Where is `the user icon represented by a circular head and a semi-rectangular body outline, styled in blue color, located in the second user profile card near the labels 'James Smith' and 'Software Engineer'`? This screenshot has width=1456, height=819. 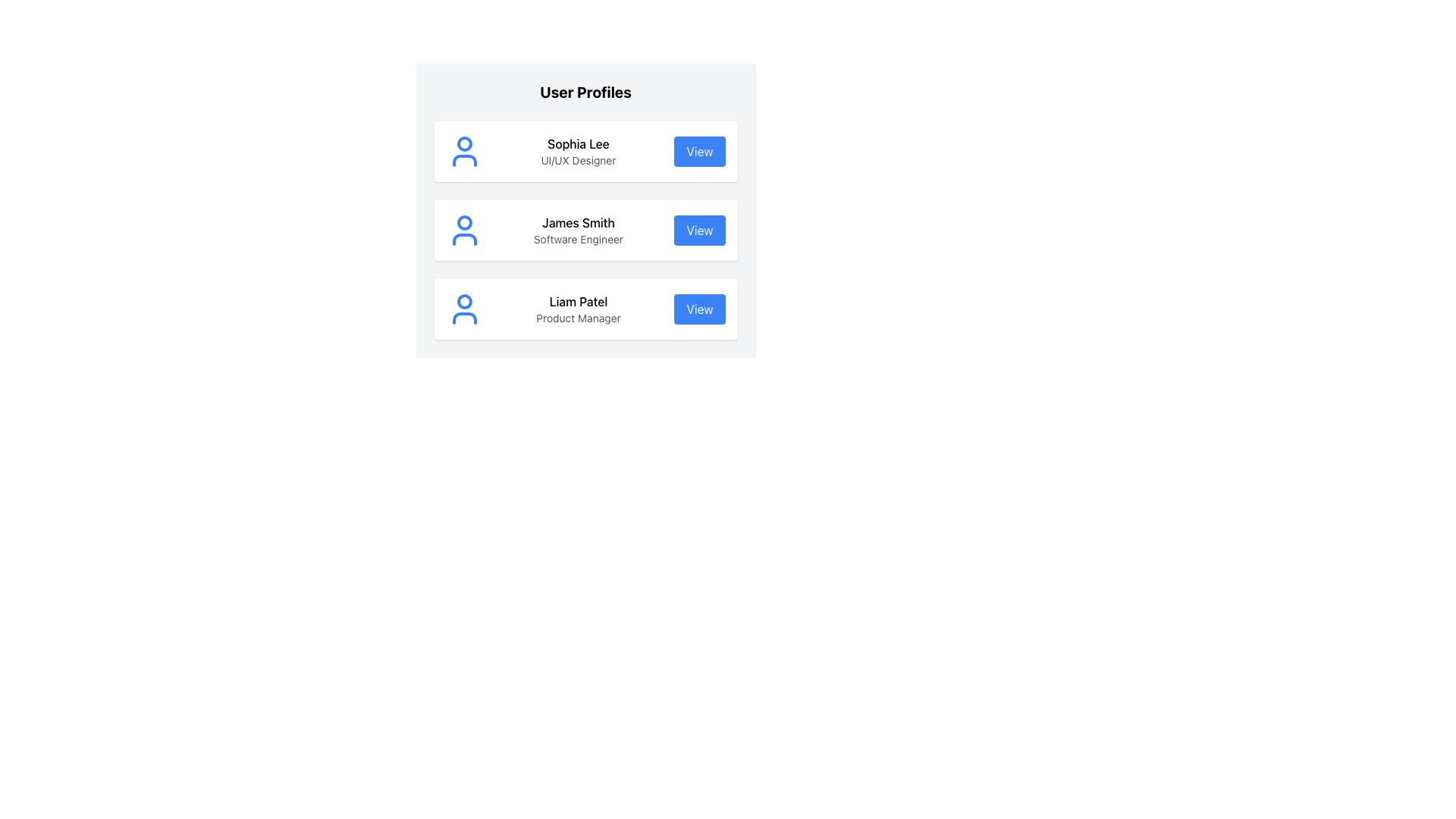 the user icon represented by a circular head and a semi-rectangular body outline, styled in blue color, located in the second user profile card near the labels 'James Smith' and 'Software Engineer' is located at coordinates (463, 231).